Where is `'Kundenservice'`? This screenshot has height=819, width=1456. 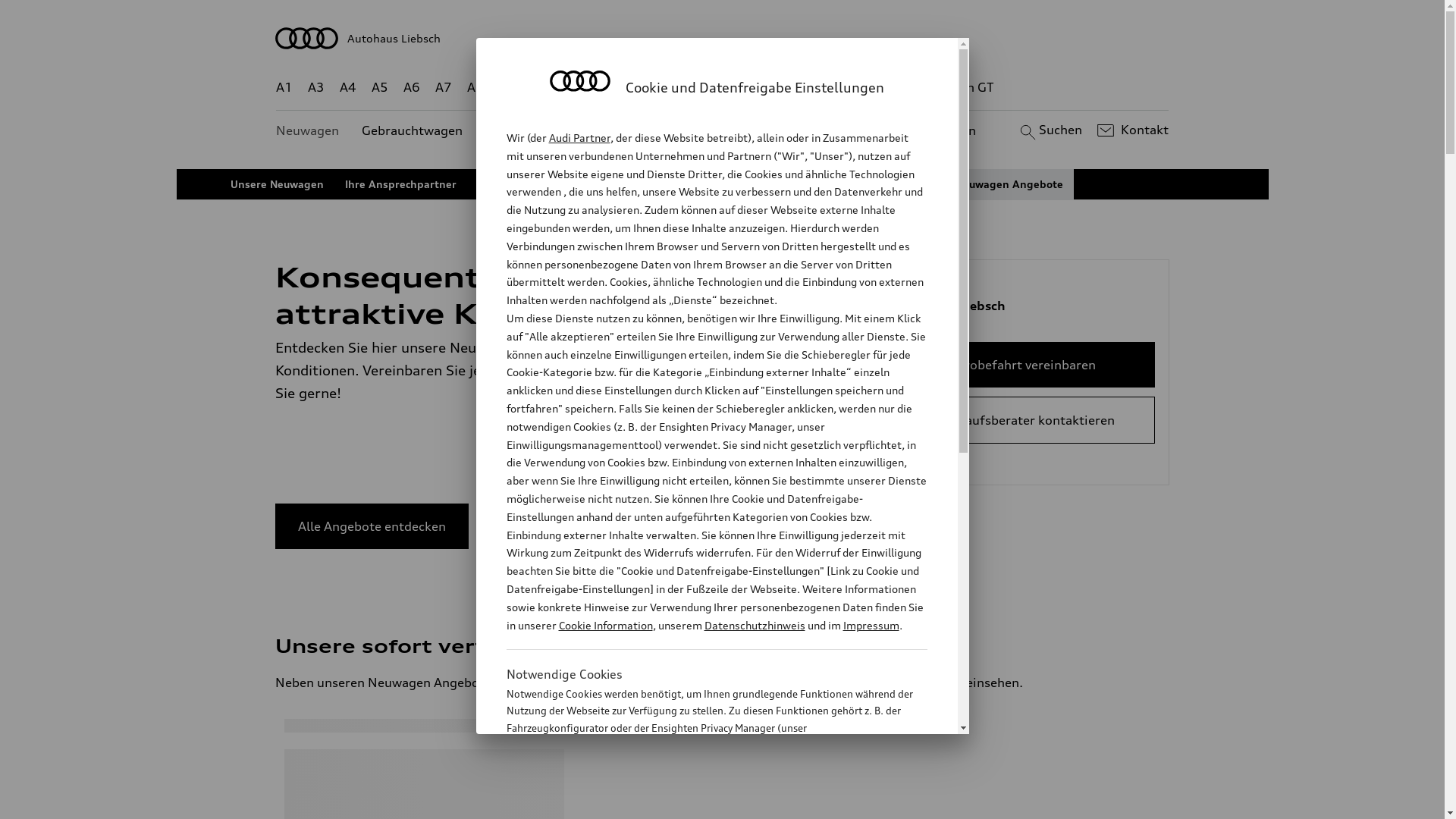 'Kundenservice' is located at coordinates (731, 130).